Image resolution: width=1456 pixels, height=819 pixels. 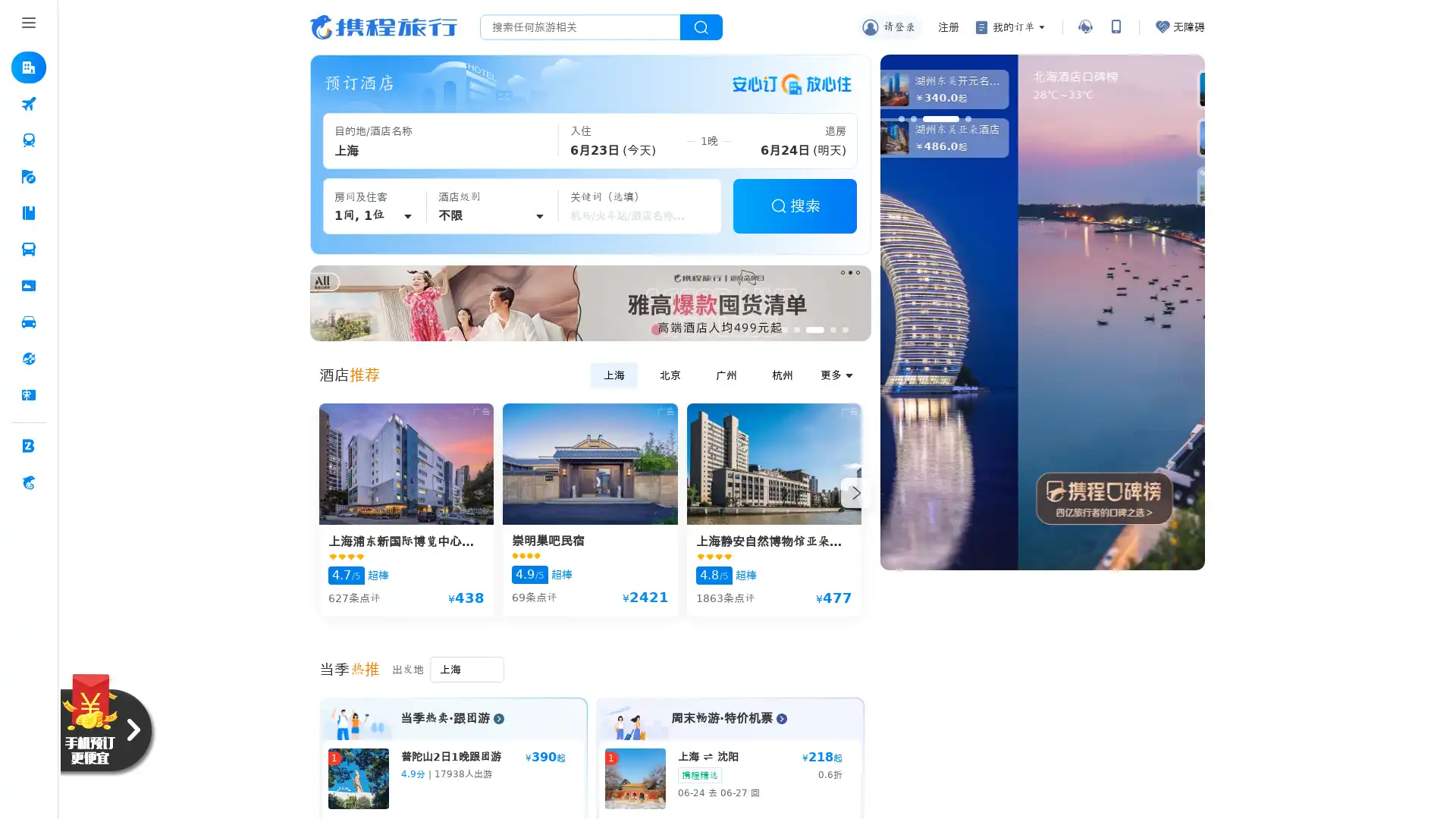 I want to click on Go to slide 5, so click(x=843, y=329).